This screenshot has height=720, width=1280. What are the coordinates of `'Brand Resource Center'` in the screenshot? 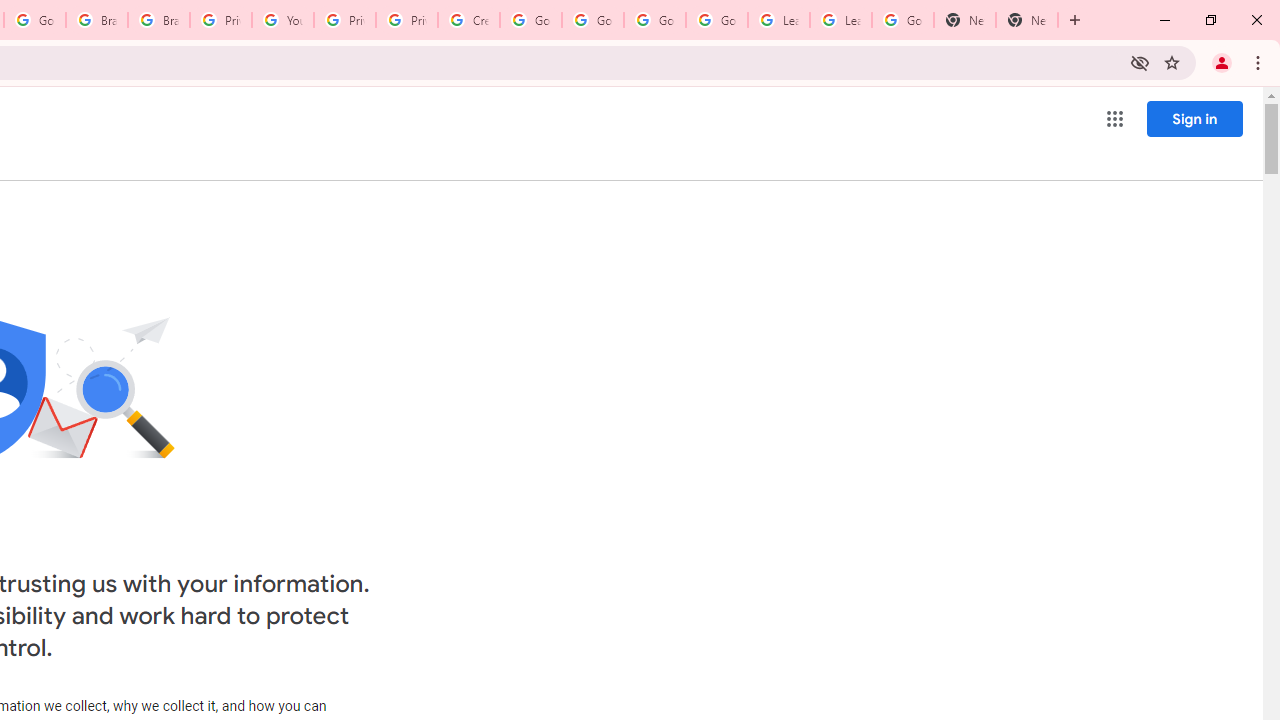 It's located at (96, 20).